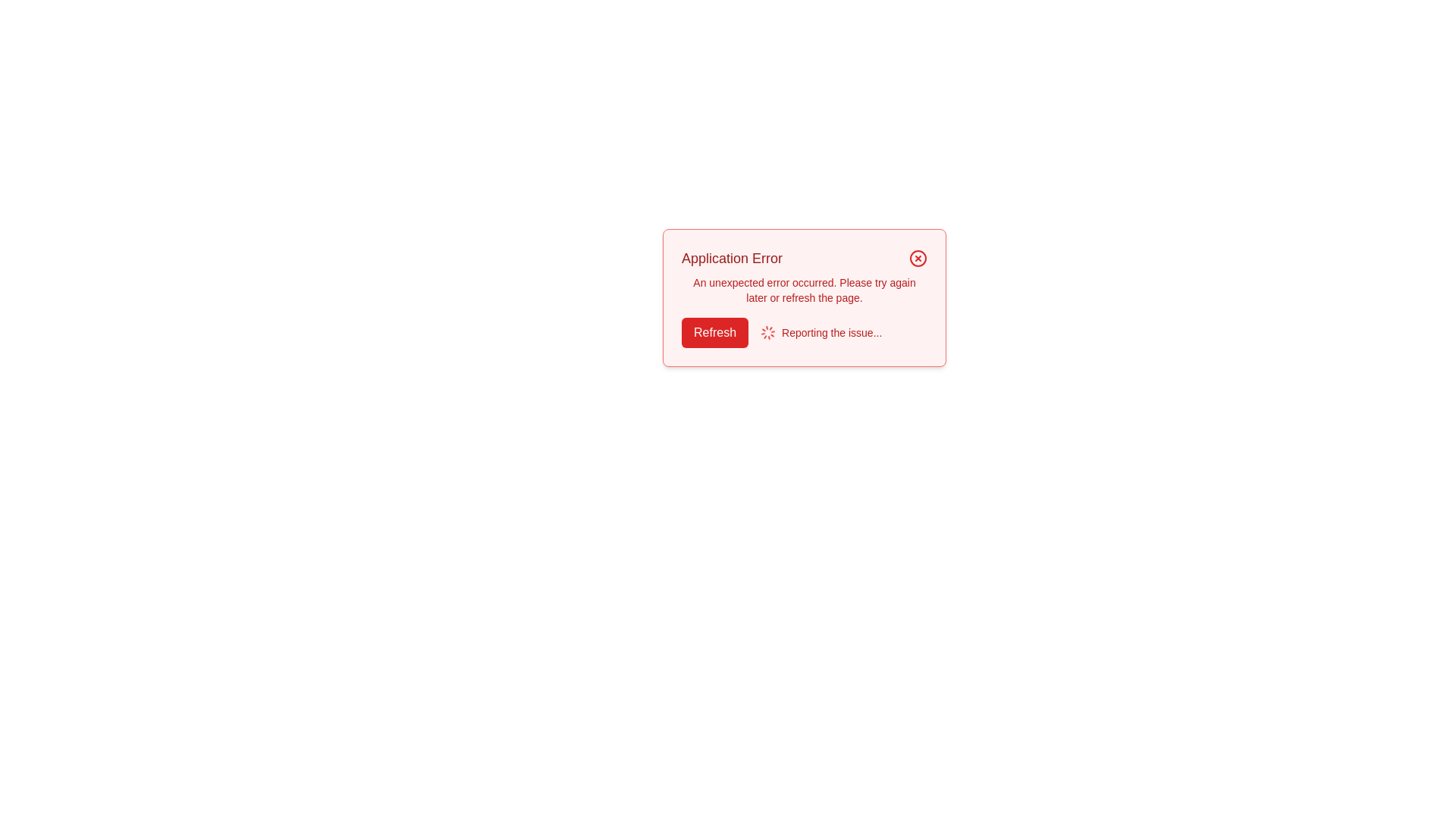 Image resolution: width=1456 pixels, height=819 pixels. What do you see at coordinates (714, 332) in the screenshot?
I see `the 'Refresh' button, which is a red rectangular button with white text and rounded corners, located at the bottom left of the 'Application Error' dialog box` at bounding box center [714, 332].